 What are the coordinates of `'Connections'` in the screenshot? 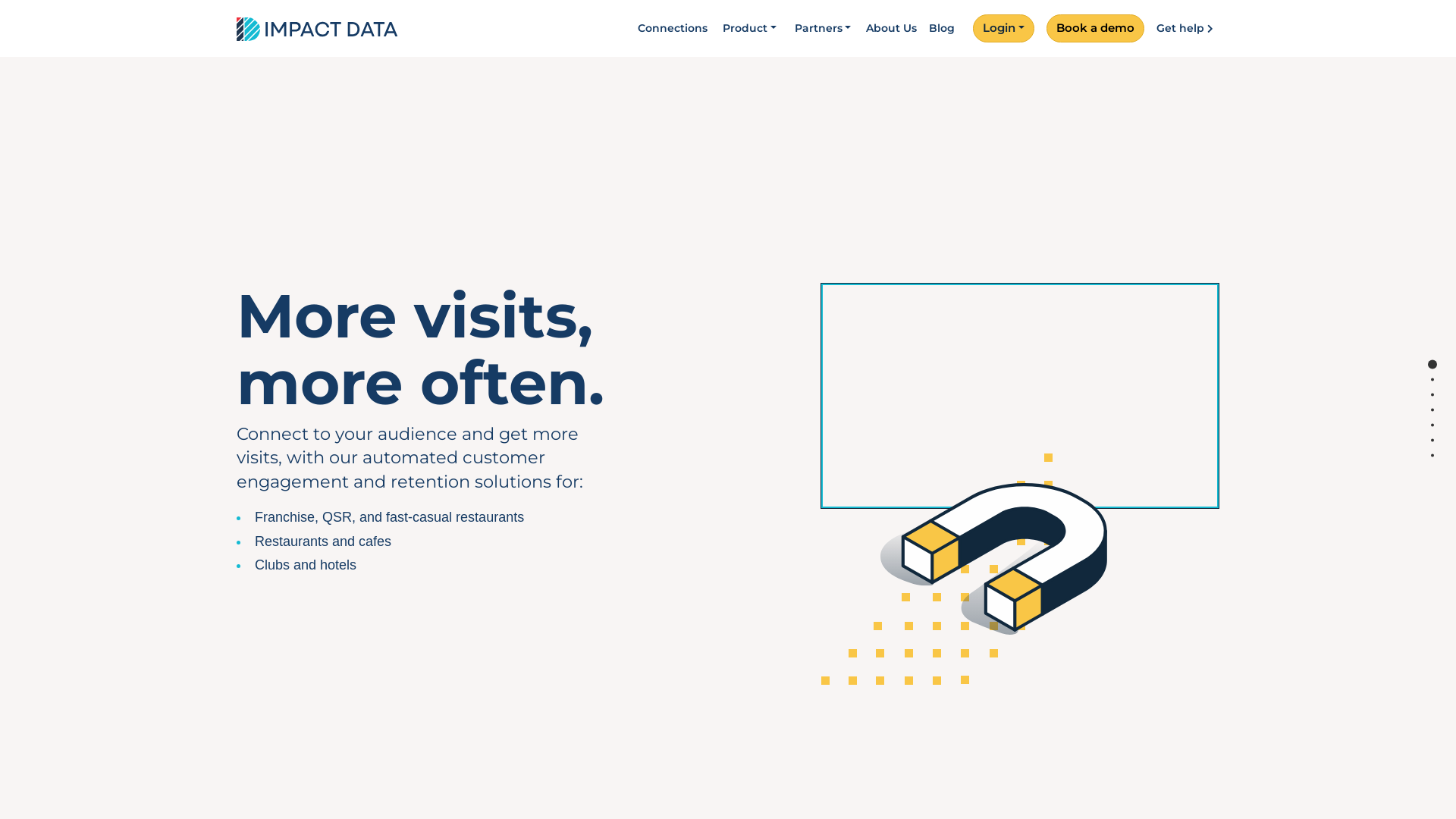 It's located at (632, 28).